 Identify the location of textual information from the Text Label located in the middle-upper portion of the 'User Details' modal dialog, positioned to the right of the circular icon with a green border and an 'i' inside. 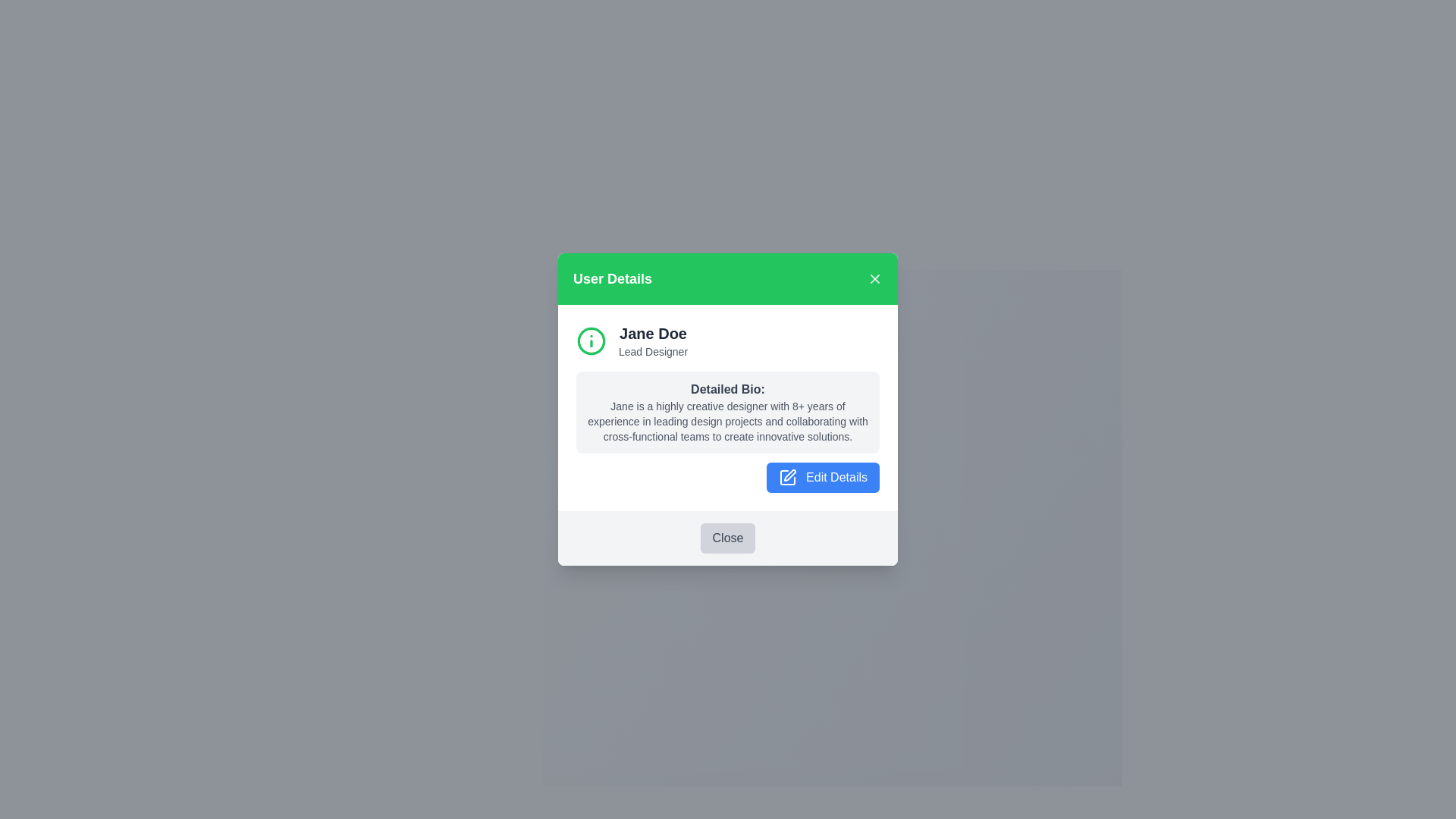
(653, 340).